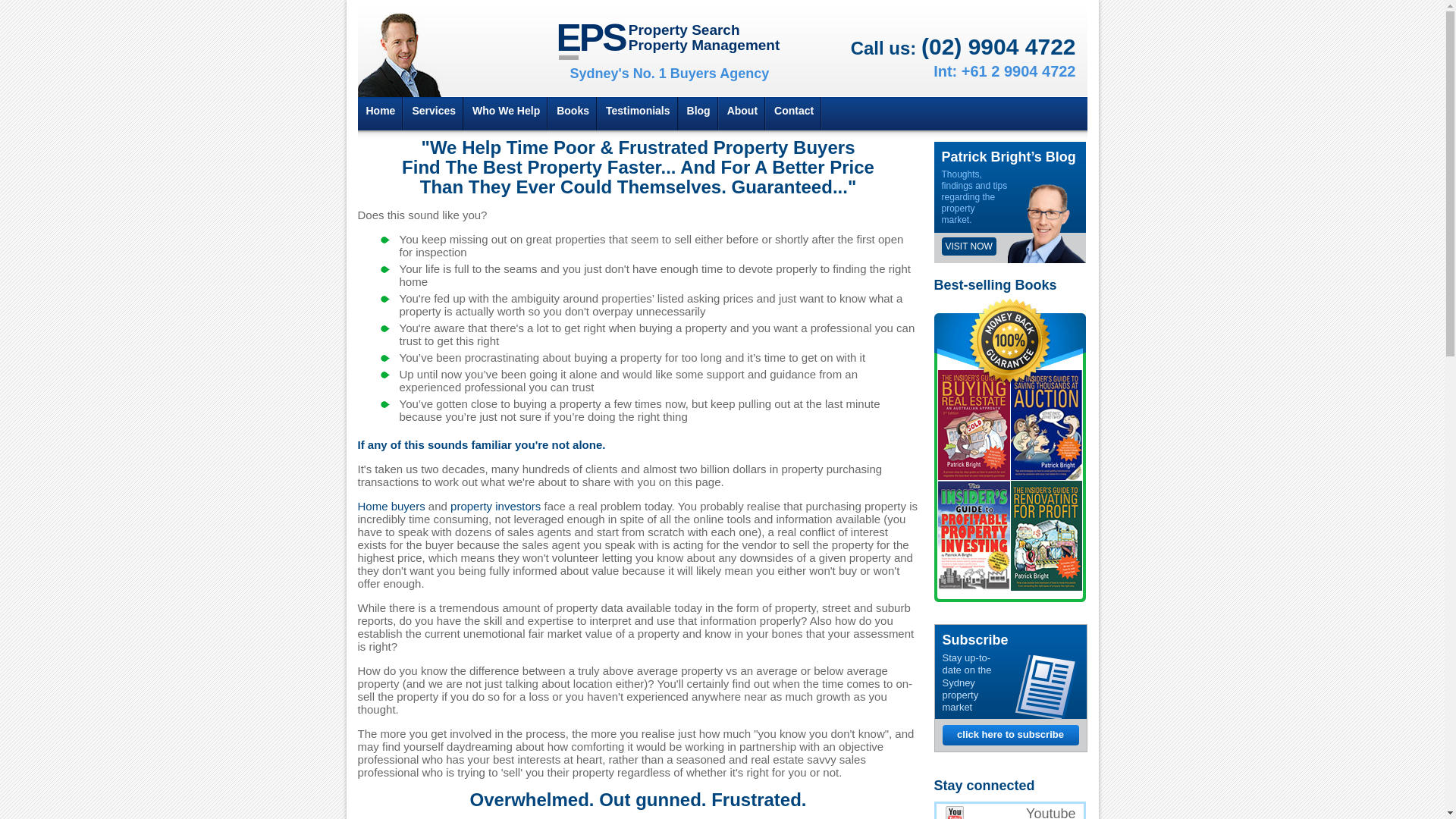 The width and height of the screenshot is (1456, 819). I want to click on 'Who We Help', so click(506, 113).